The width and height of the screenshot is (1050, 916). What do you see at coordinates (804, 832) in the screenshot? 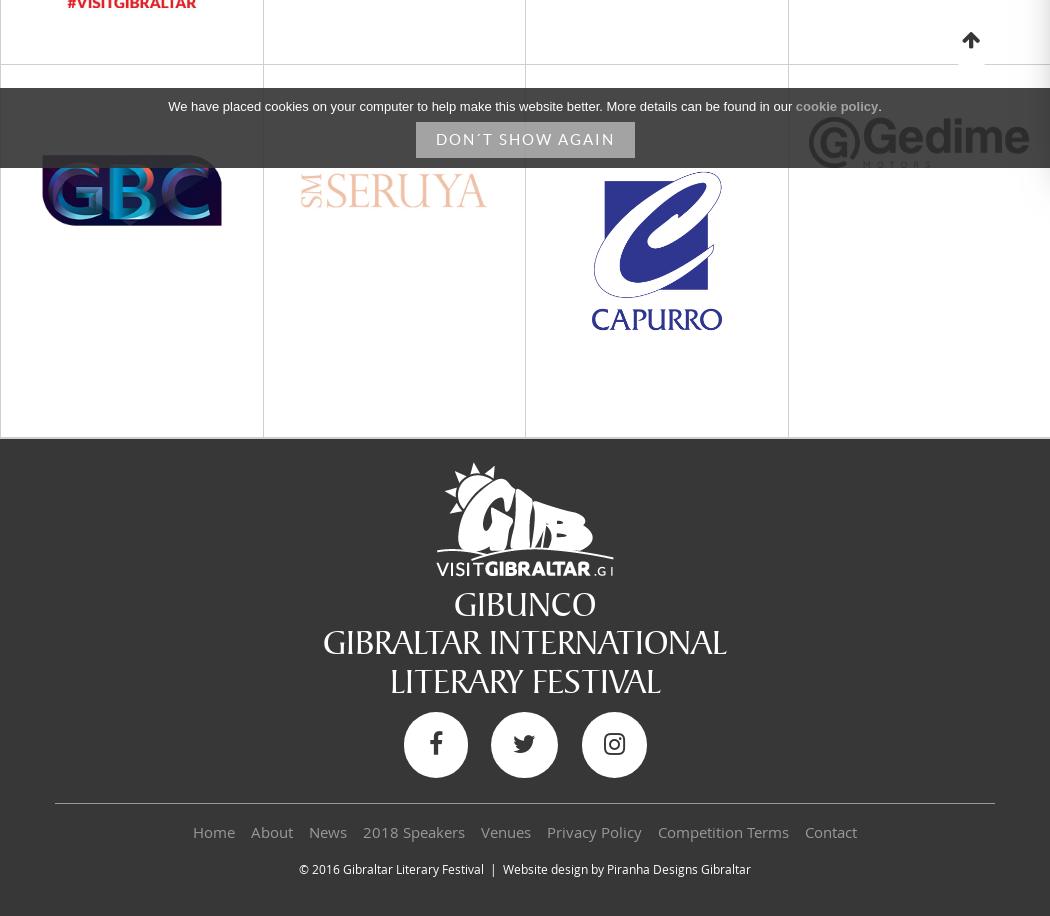
I see `'Contact'` at bounding box center [804, 832].